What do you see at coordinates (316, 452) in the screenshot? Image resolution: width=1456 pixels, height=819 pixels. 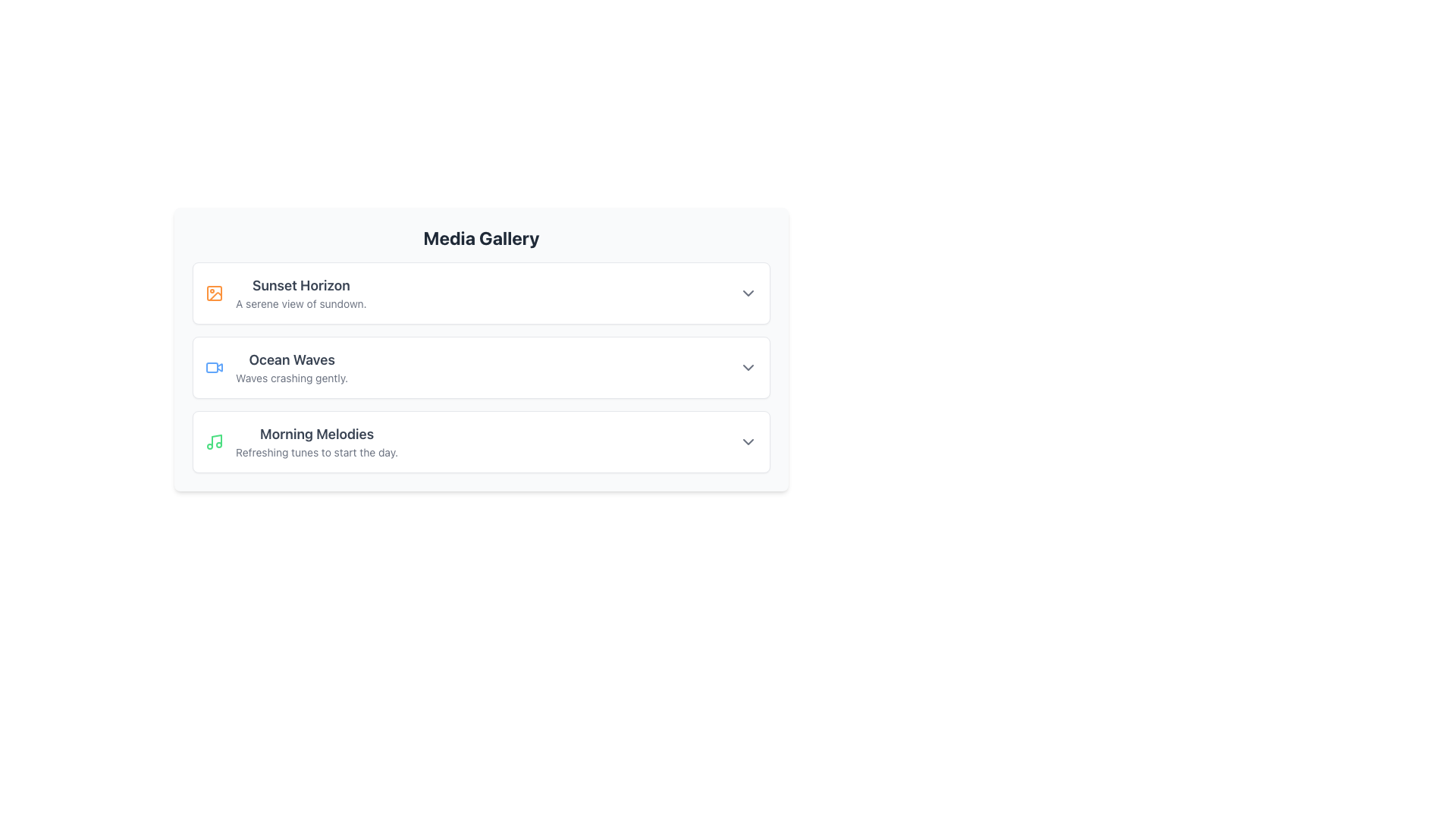 I see `the static text element displaying 'Refreshing tunes to start the day.' located below the title 'Morning Melodies' in the Media Gallery section` at bounding box center [316, 452].